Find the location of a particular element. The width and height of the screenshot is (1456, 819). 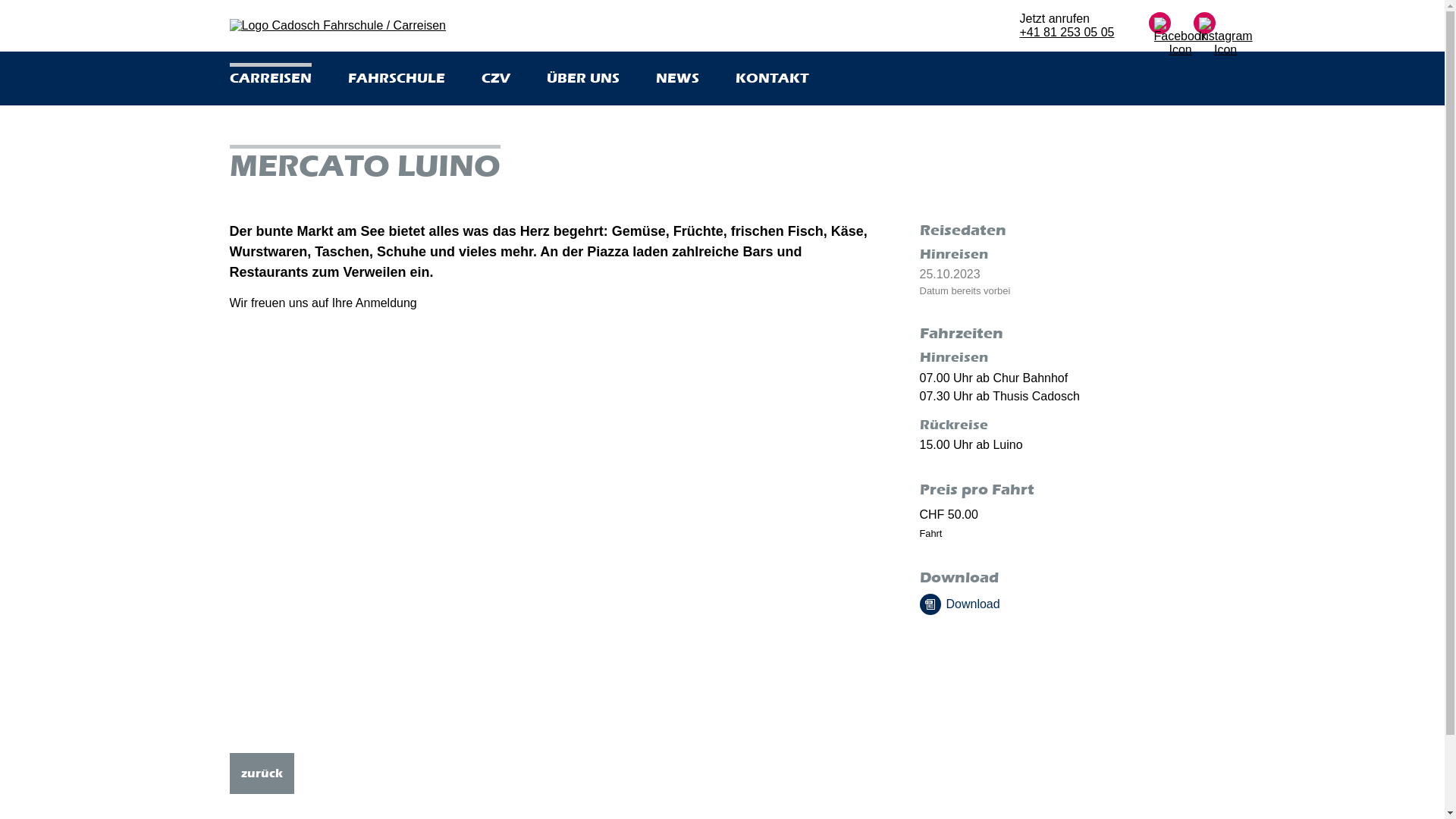

'Folge Cadosch Fahrschule / Carreisen auf Instagram' is located at coordinates (1203, 36).